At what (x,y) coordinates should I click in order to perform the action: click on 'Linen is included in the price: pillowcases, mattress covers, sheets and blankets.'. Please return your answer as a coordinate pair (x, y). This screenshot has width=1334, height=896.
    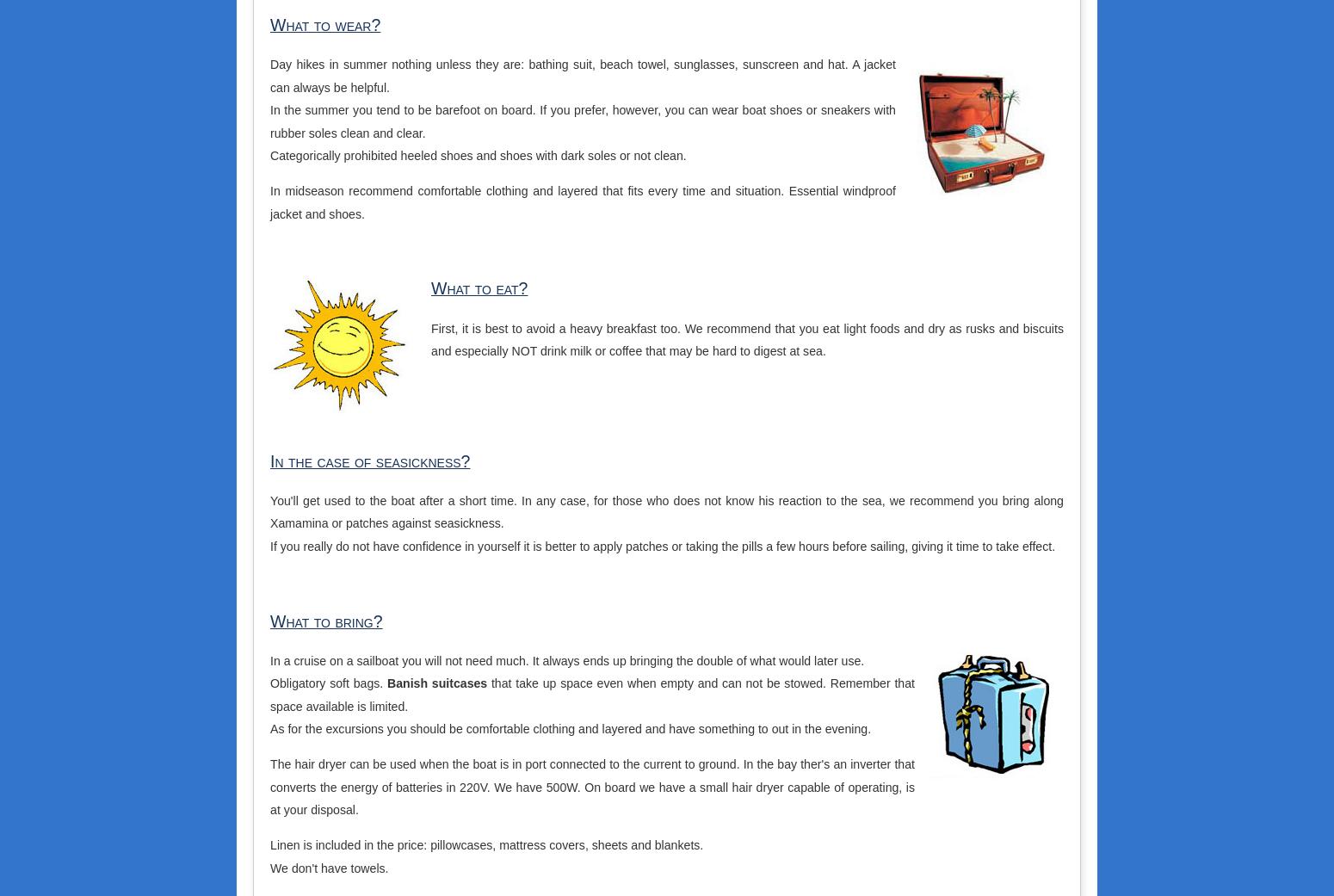
    Looking at the image, I should click on (486, 844).